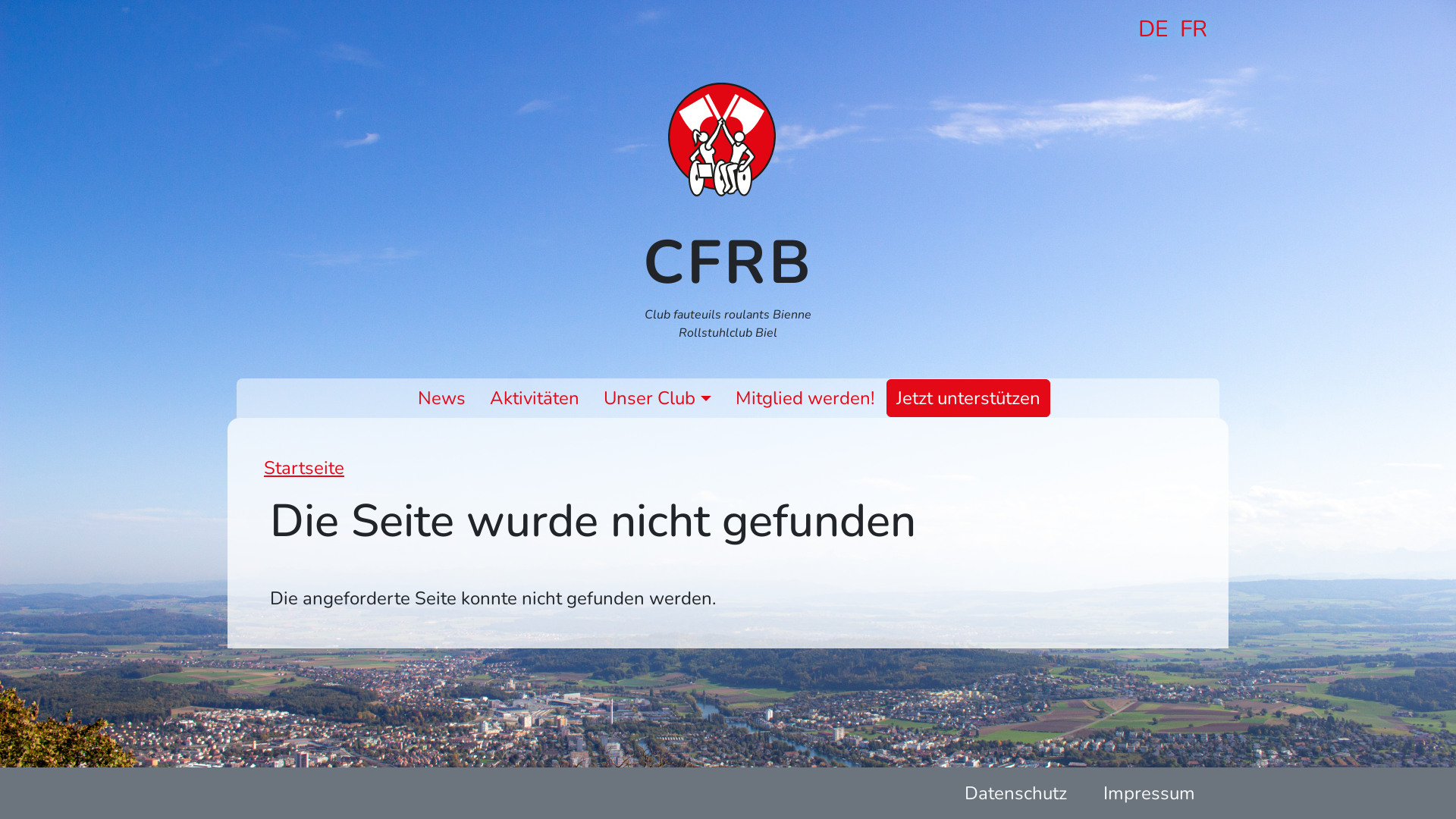  Describe the element at coordinates (441, 397) in the screenshot. I see `'News'` at that location.